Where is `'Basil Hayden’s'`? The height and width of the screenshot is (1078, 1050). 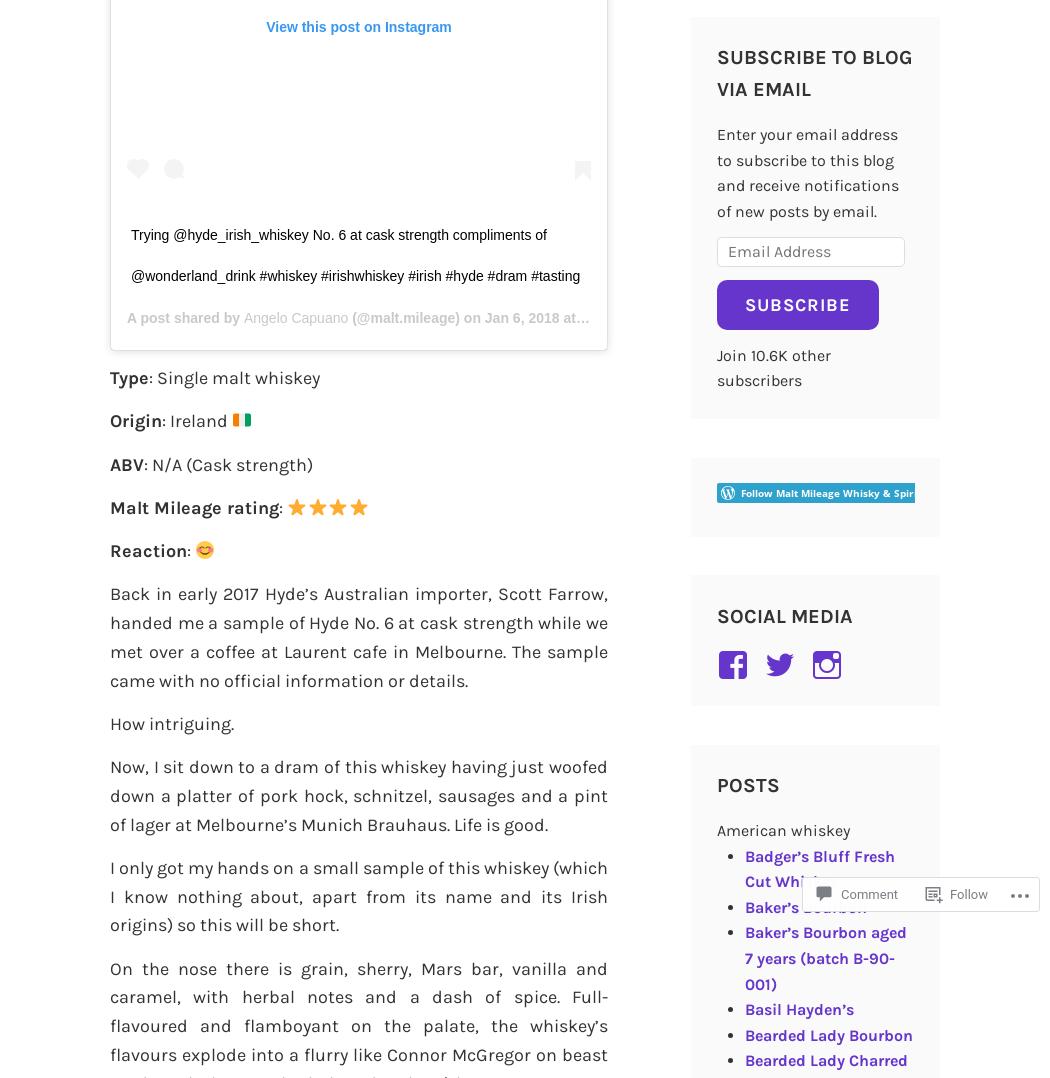
'Basil Hayden’s' is located at coordinates (797, 1008).